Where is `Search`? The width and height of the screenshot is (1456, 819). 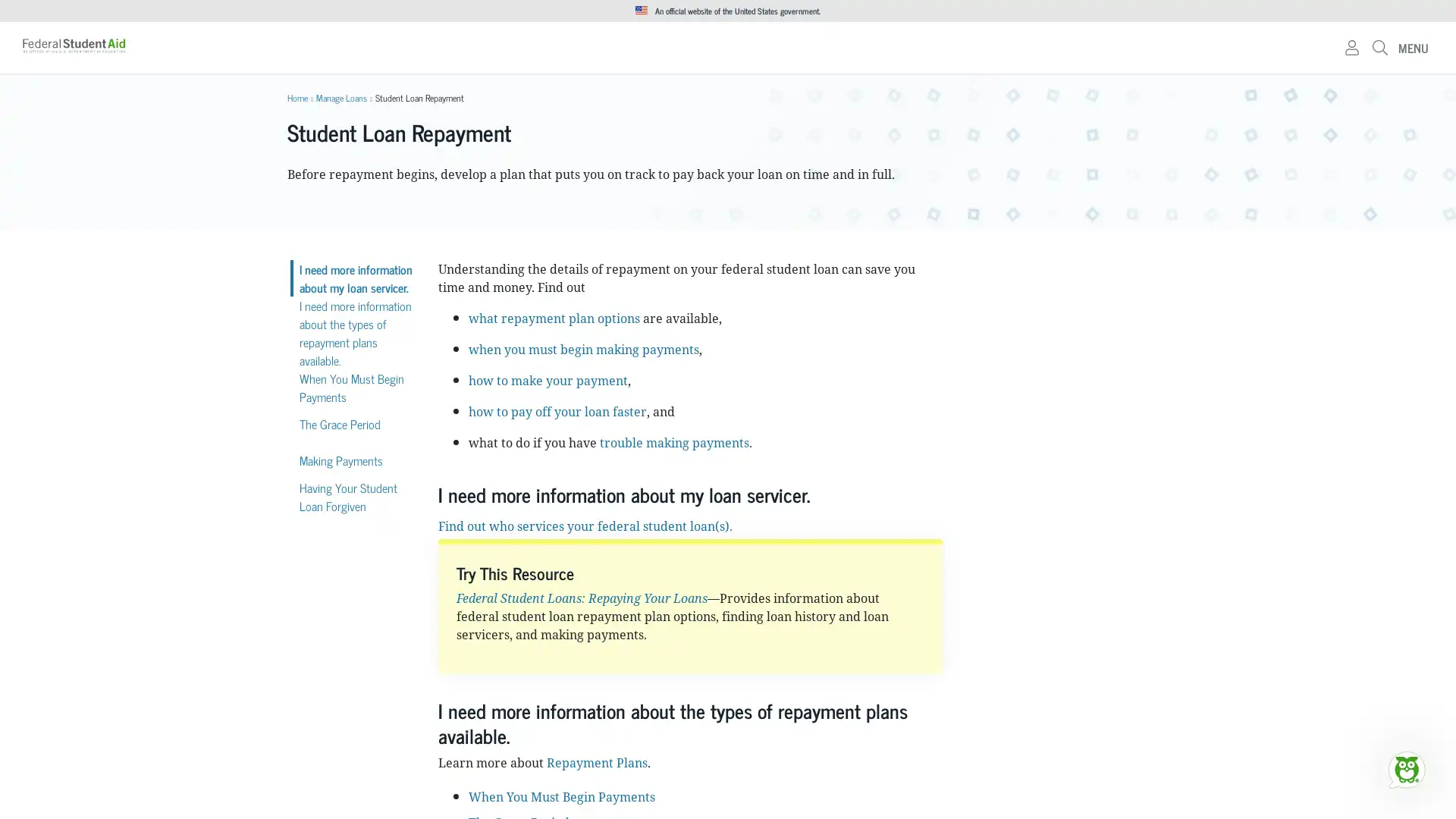
Search is located at coordinates (952, 52).